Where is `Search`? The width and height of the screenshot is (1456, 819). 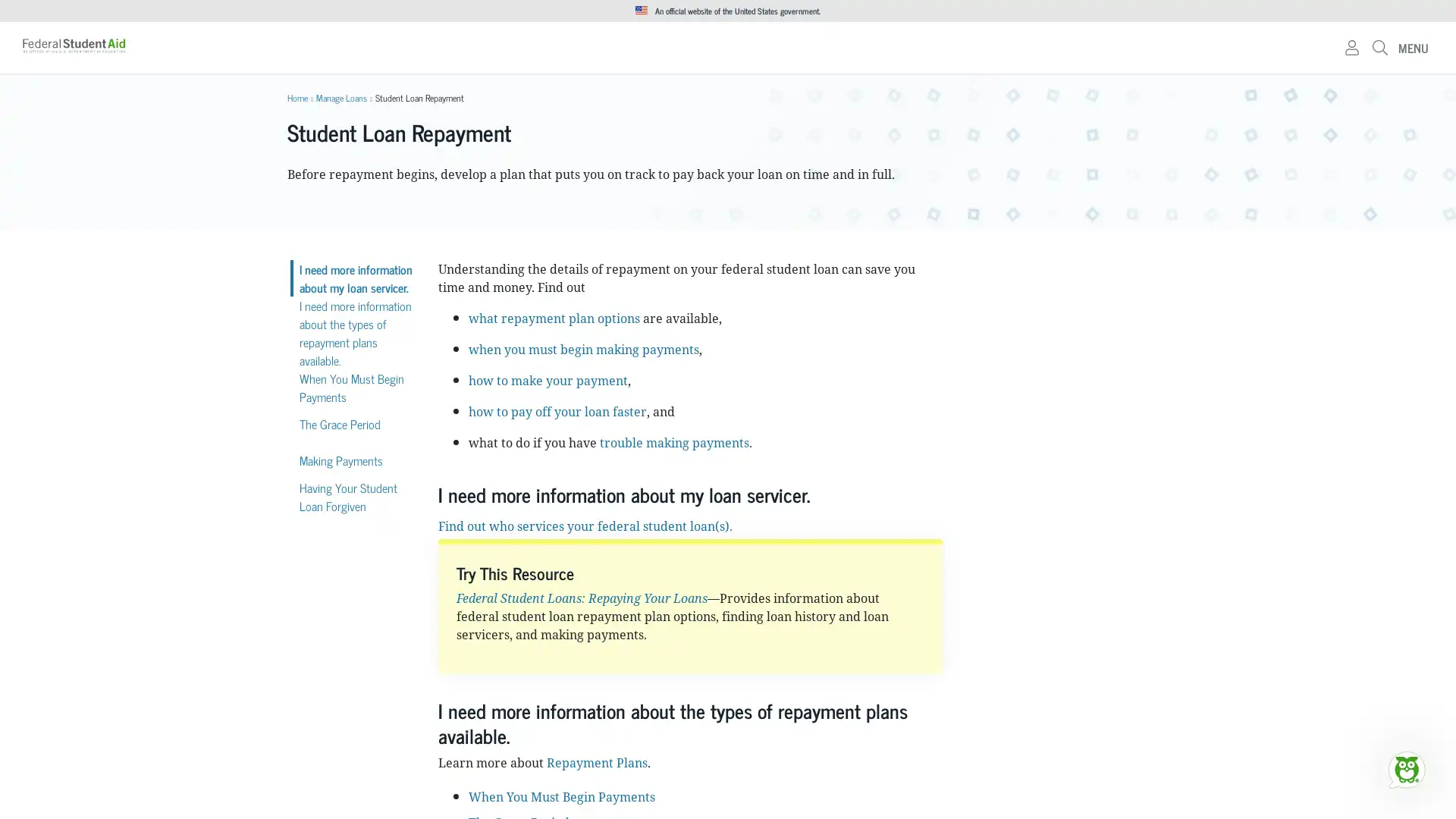
Search is located at coordinates (952, 52).